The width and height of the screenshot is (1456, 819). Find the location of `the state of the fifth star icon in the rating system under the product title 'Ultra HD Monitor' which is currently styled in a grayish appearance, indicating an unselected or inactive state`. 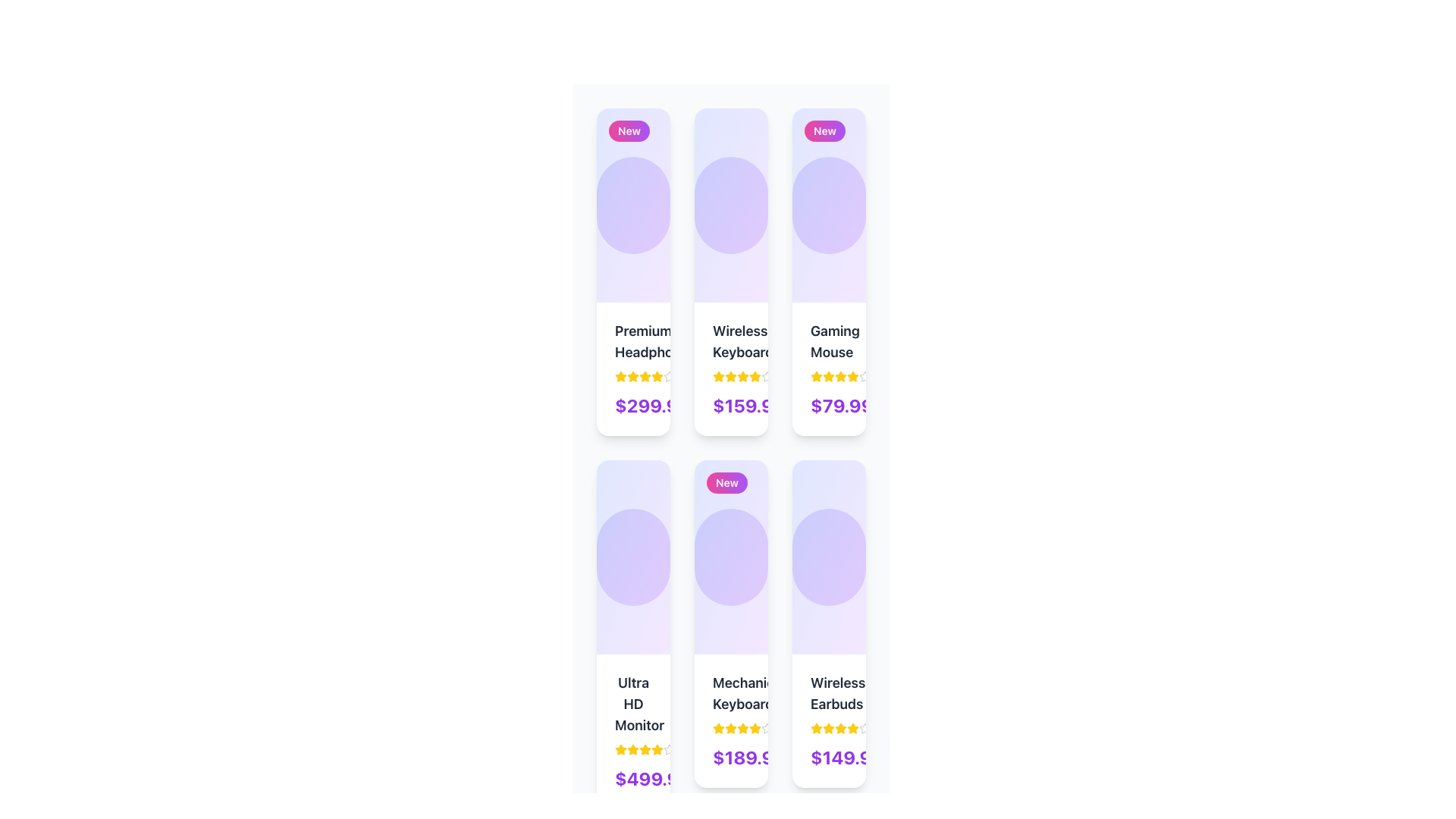

the state of the fifth star icon in the rating system under the product title 'Ultra HD Monitor' which is currently styled in a grayish appearance, indicating an unselected or inactive state is located at coordinates (669, 748).